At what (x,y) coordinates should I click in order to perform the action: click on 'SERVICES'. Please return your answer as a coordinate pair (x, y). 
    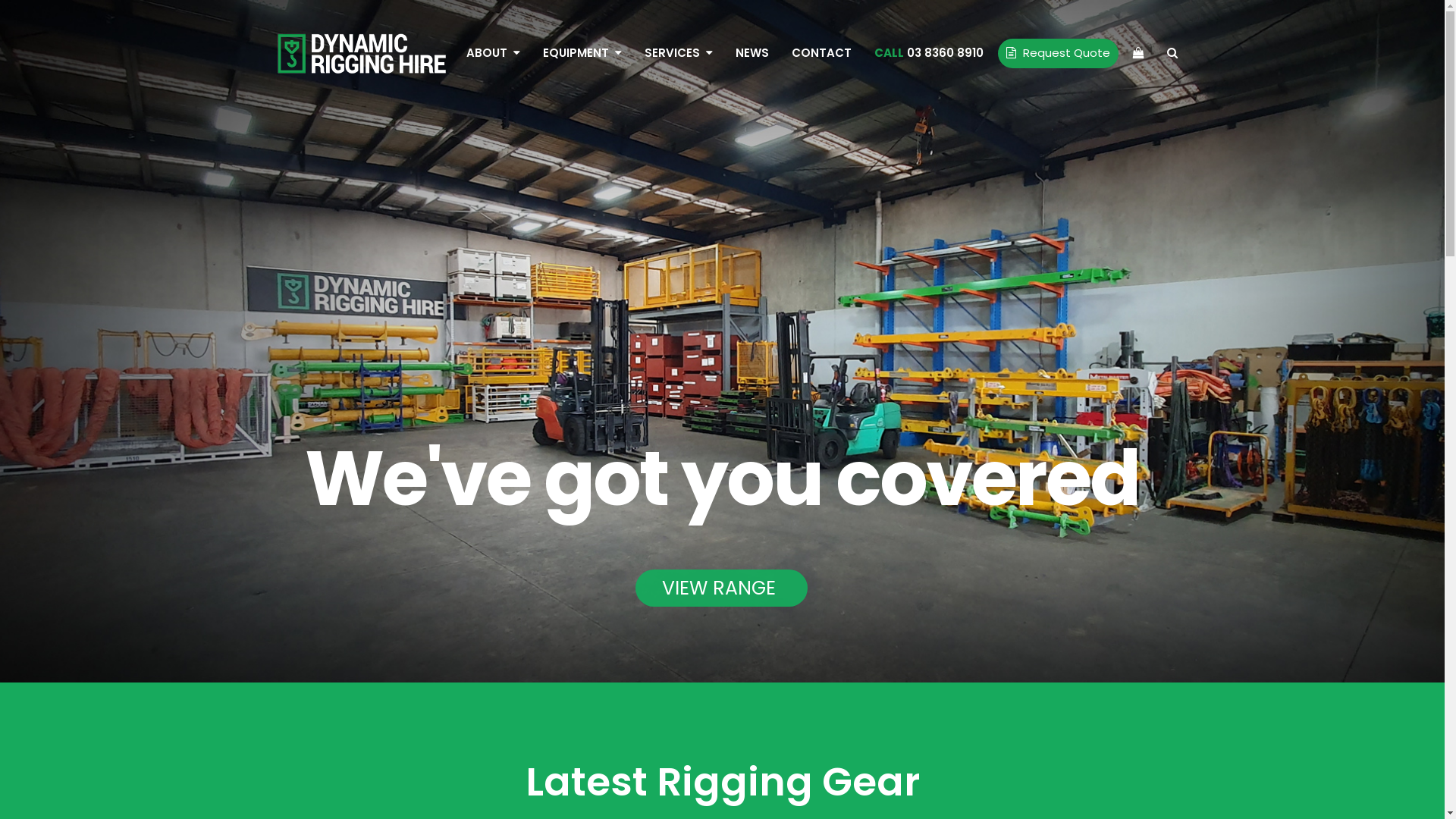
    Looking at the image, I should click on (676, 52).